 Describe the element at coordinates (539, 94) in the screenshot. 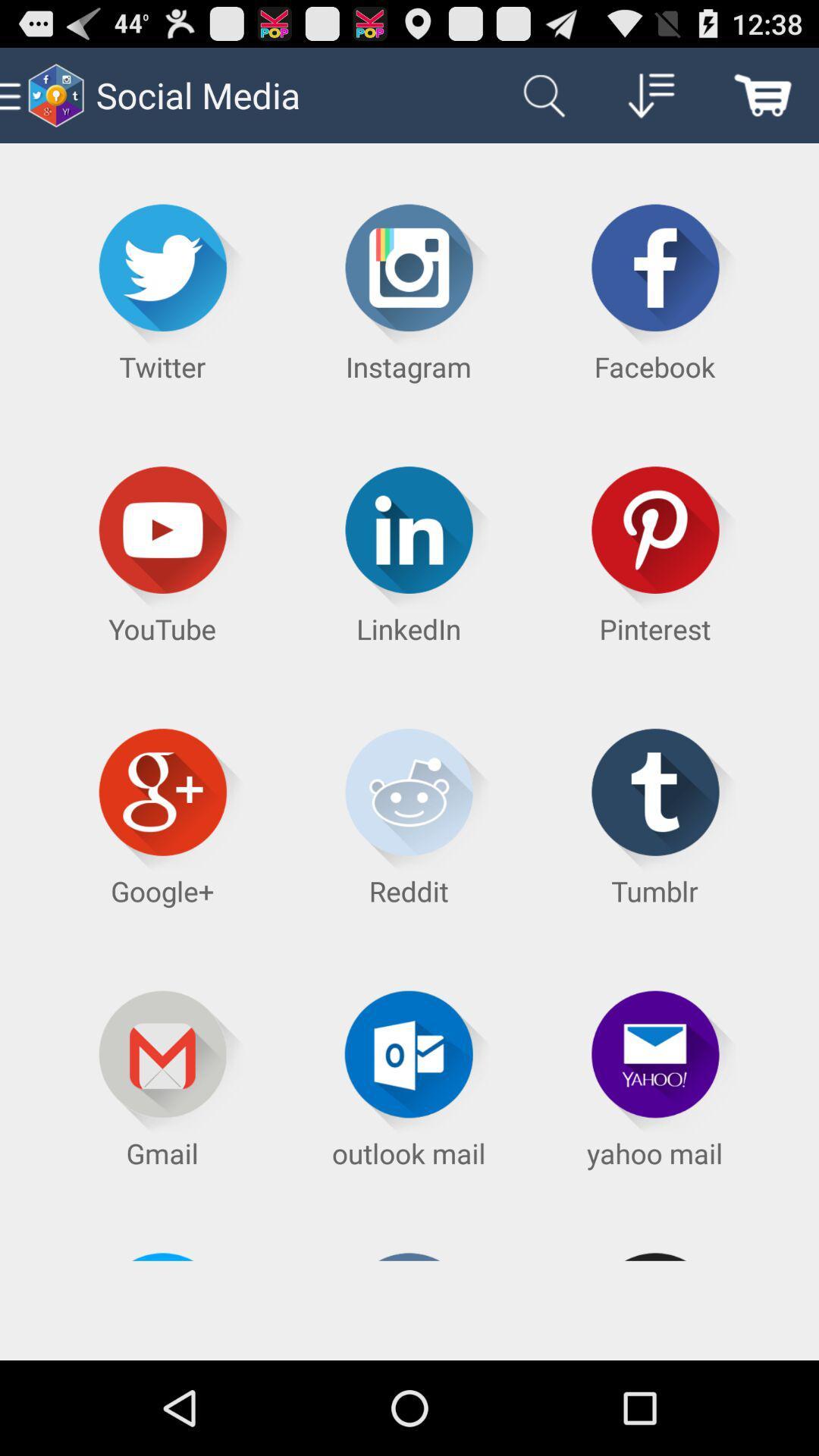

I see `app next to social media item` at that location.